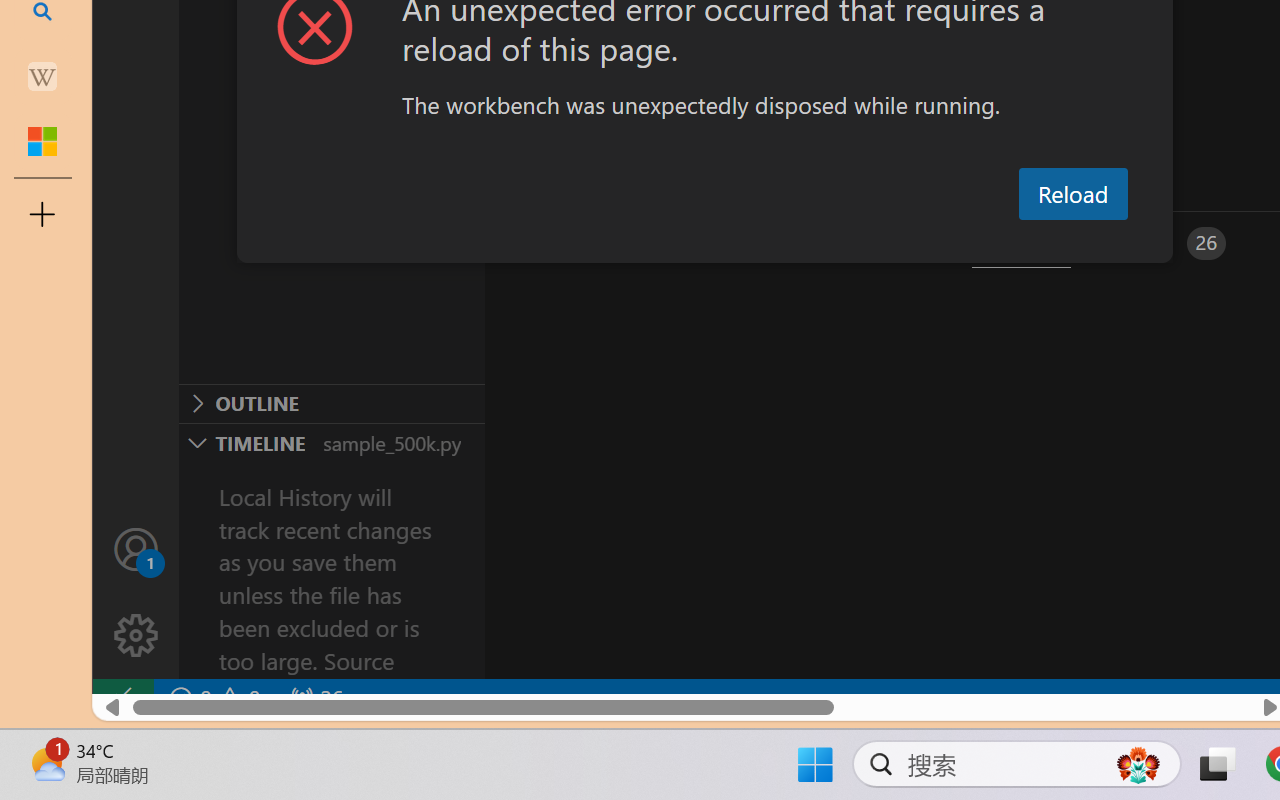 This screenshot has width=1280, height=800. Describe the element at coordinates (696, 242) in the screenshot. I see `'Output (Ctrl+Shift+U)'` at that location.